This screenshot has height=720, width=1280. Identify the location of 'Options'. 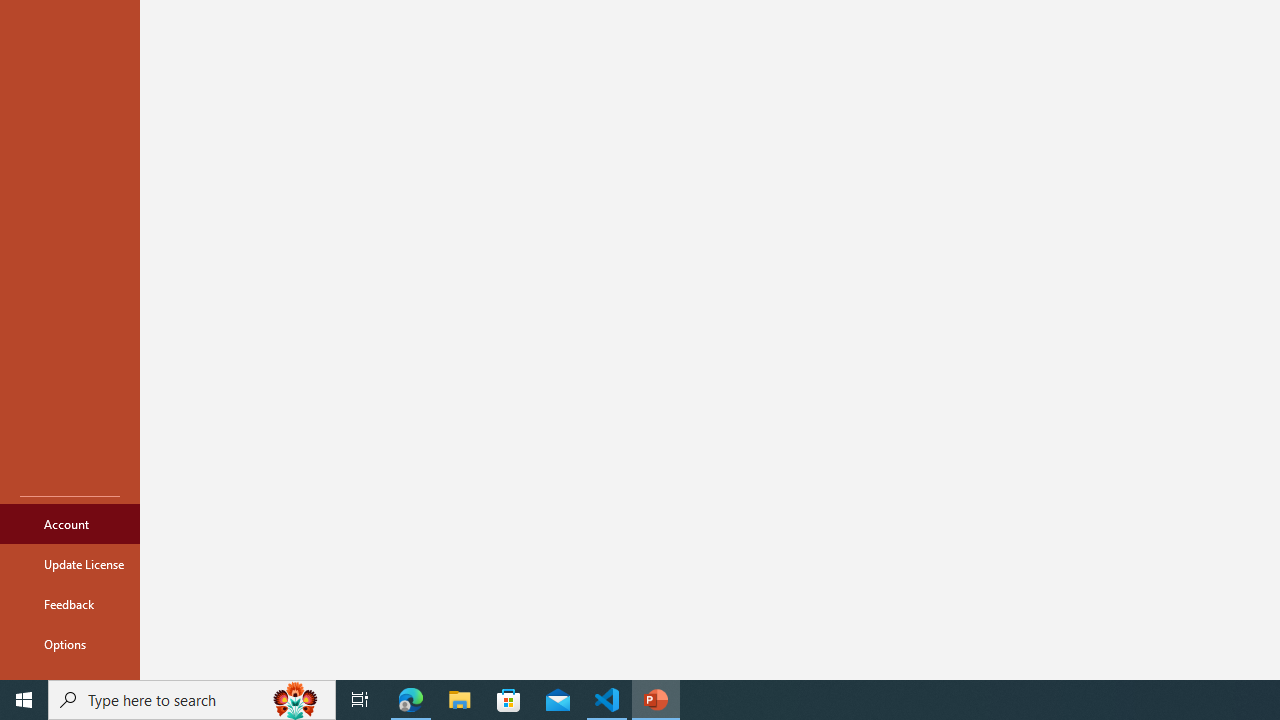
(69, 644).